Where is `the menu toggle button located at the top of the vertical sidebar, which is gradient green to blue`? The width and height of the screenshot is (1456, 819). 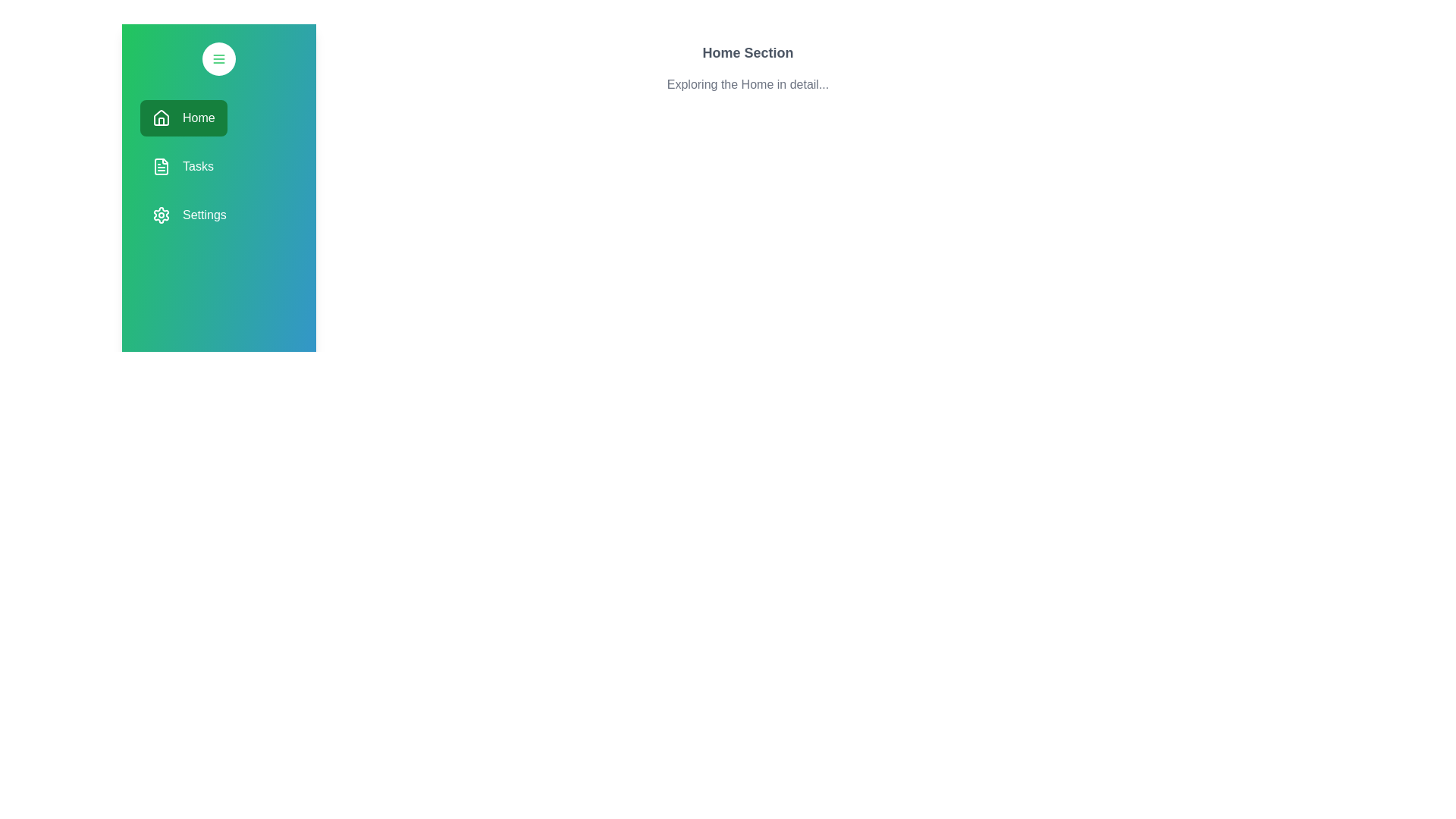
the menu toggle button located at the top of the vertical sidebar, which is gradient green to blue is located at coordinates (218, 58).